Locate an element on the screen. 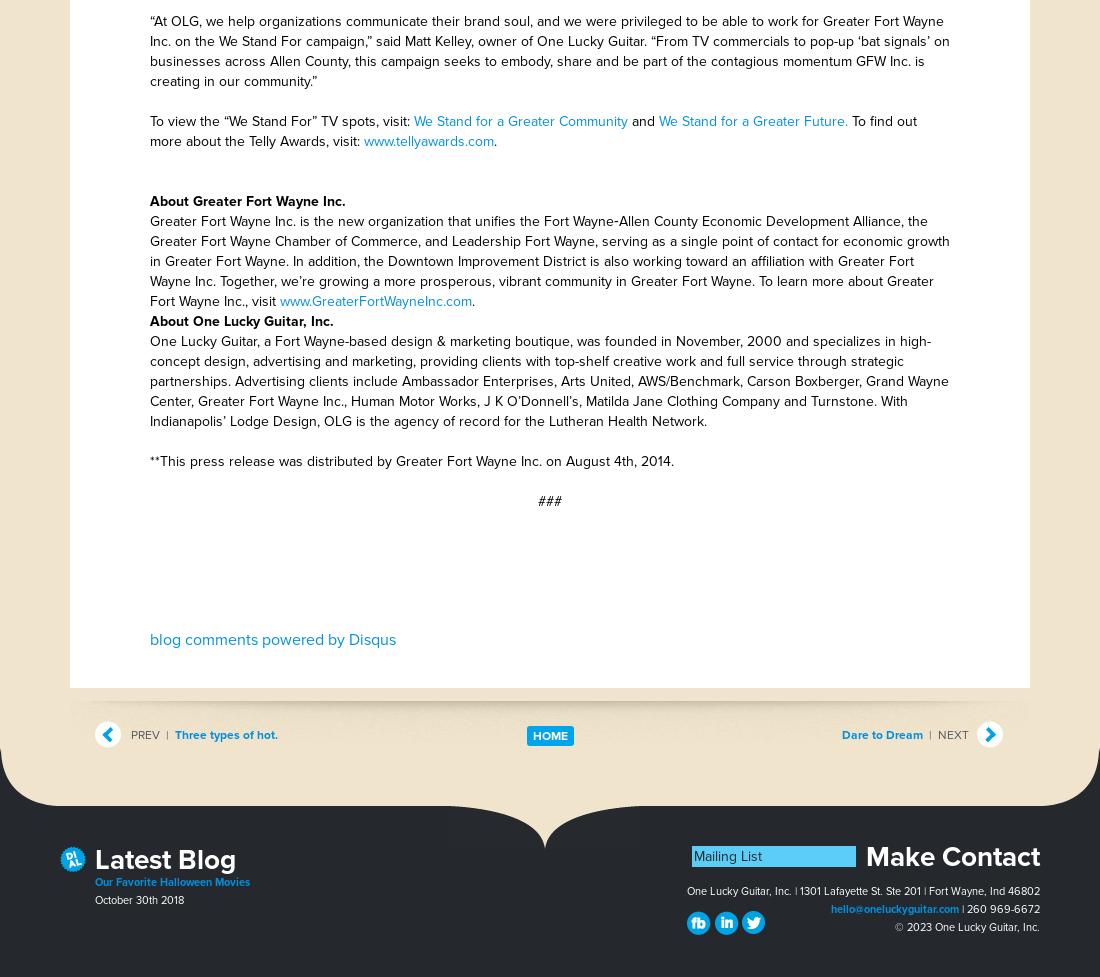  'About Greater Fort Wayne Inc.' is located at coordinates (248, 200).